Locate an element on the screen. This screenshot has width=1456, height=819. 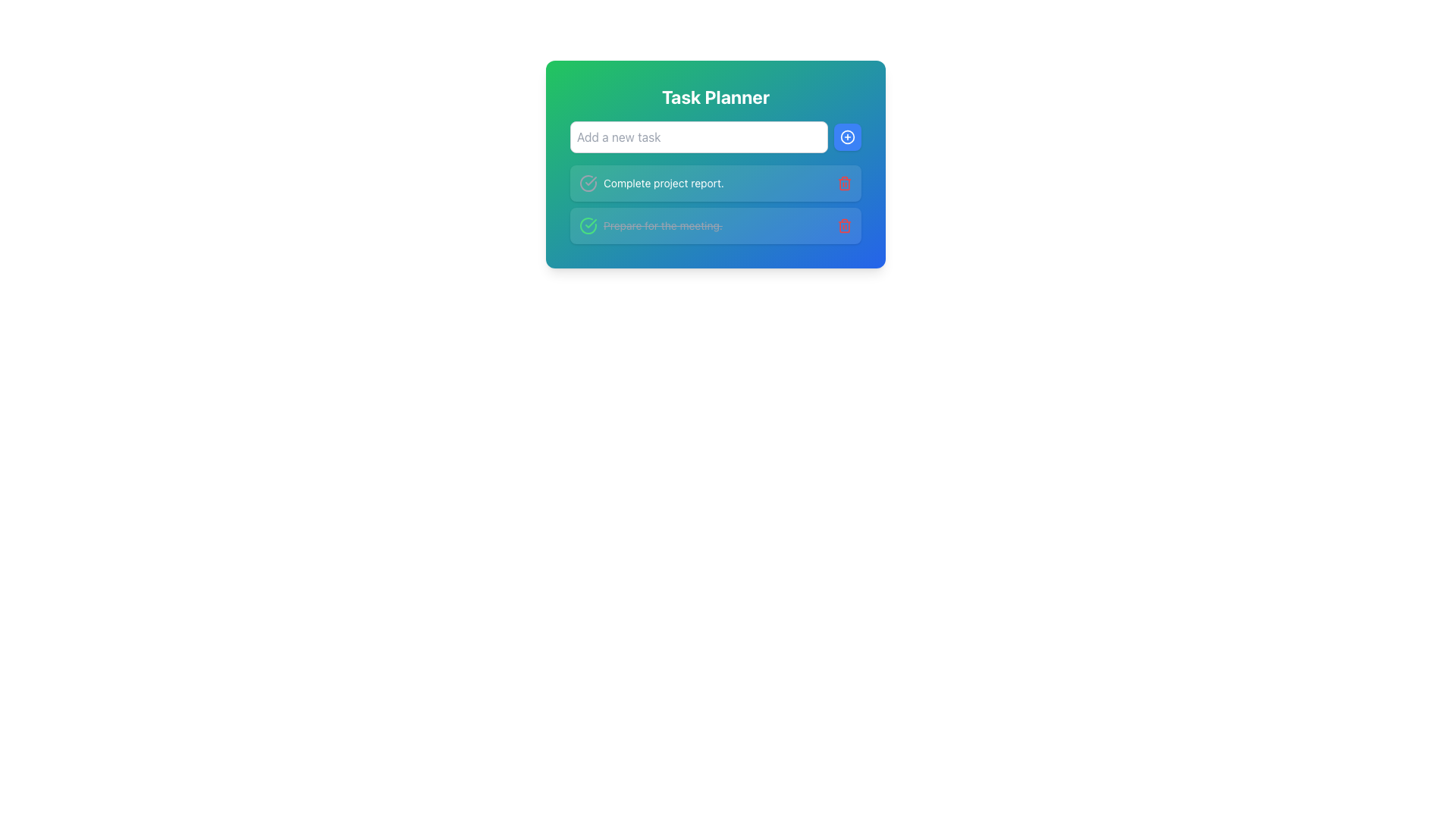
the to-do item representing the task 'Complete project report.' located under the 'Task Planner' heading is located at coordinates (651, 183).